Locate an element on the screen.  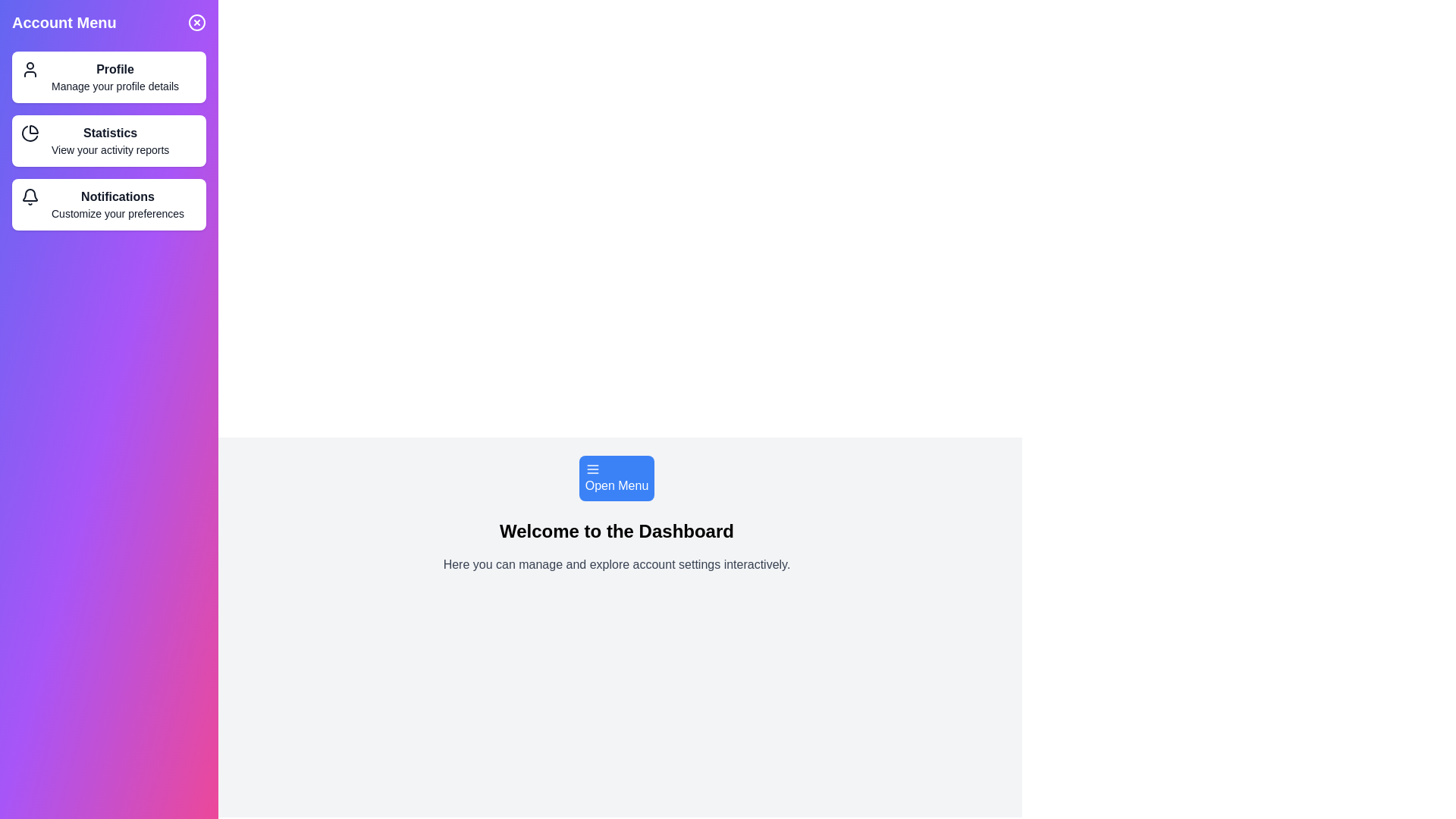
the 'Statistics' menu item to select and explore it is located at coordinates (108, 140).